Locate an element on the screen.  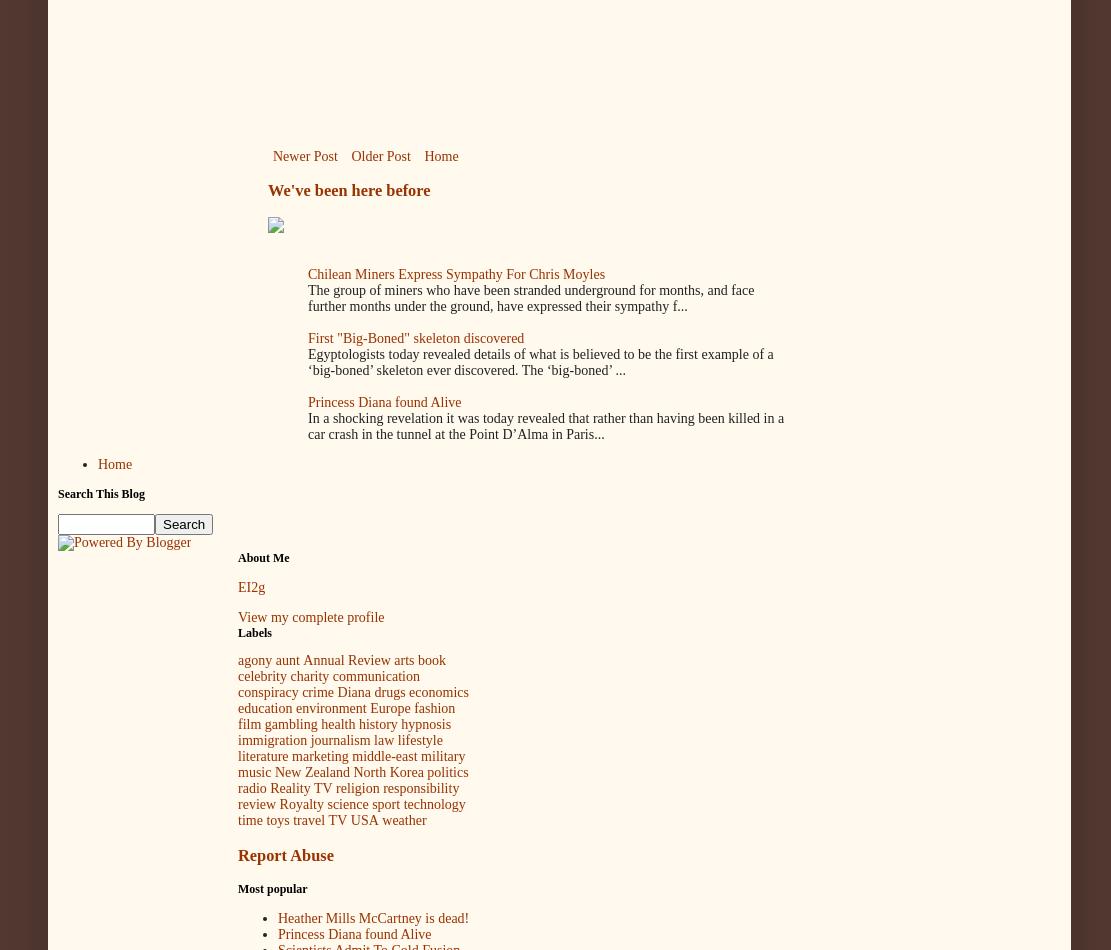
'New Zealand' is located at coordinates (310, 771).